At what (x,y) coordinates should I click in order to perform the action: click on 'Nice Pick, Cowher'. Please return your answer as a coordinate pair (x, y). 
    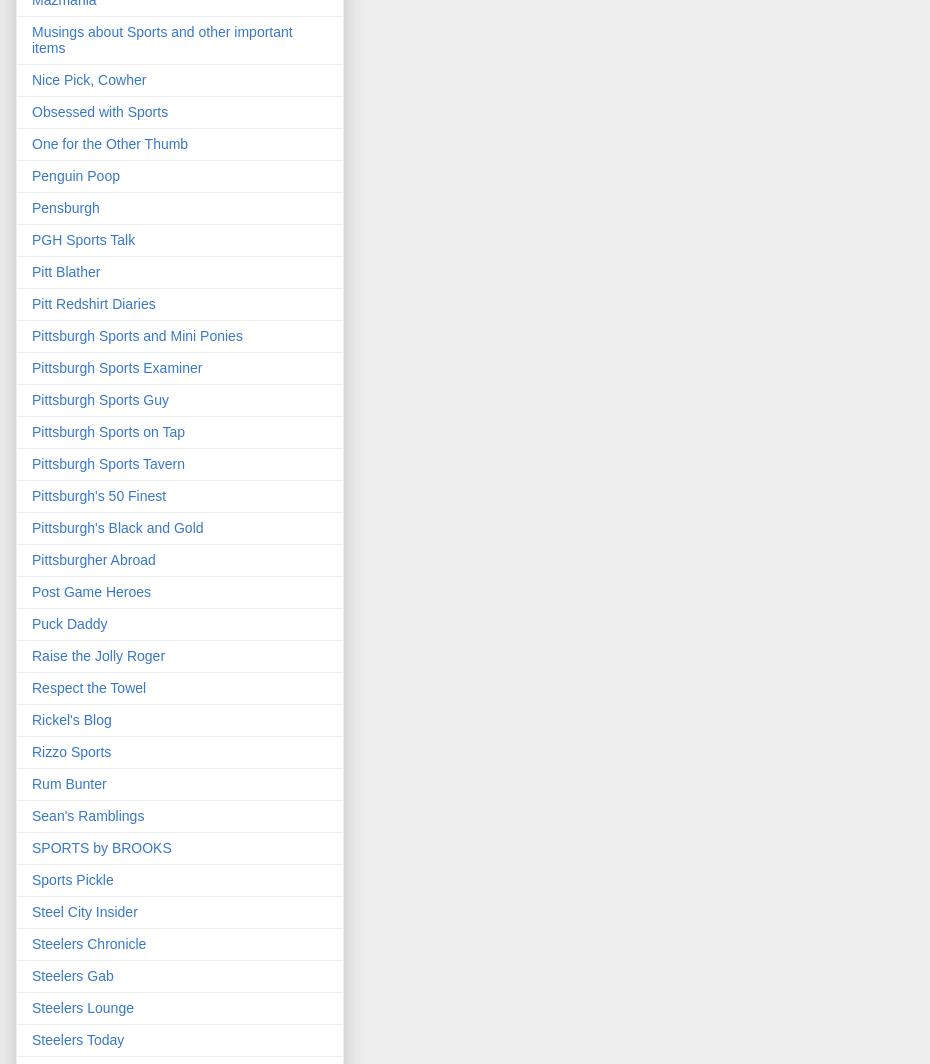
    Looking at the image, I should click on (89, 80).